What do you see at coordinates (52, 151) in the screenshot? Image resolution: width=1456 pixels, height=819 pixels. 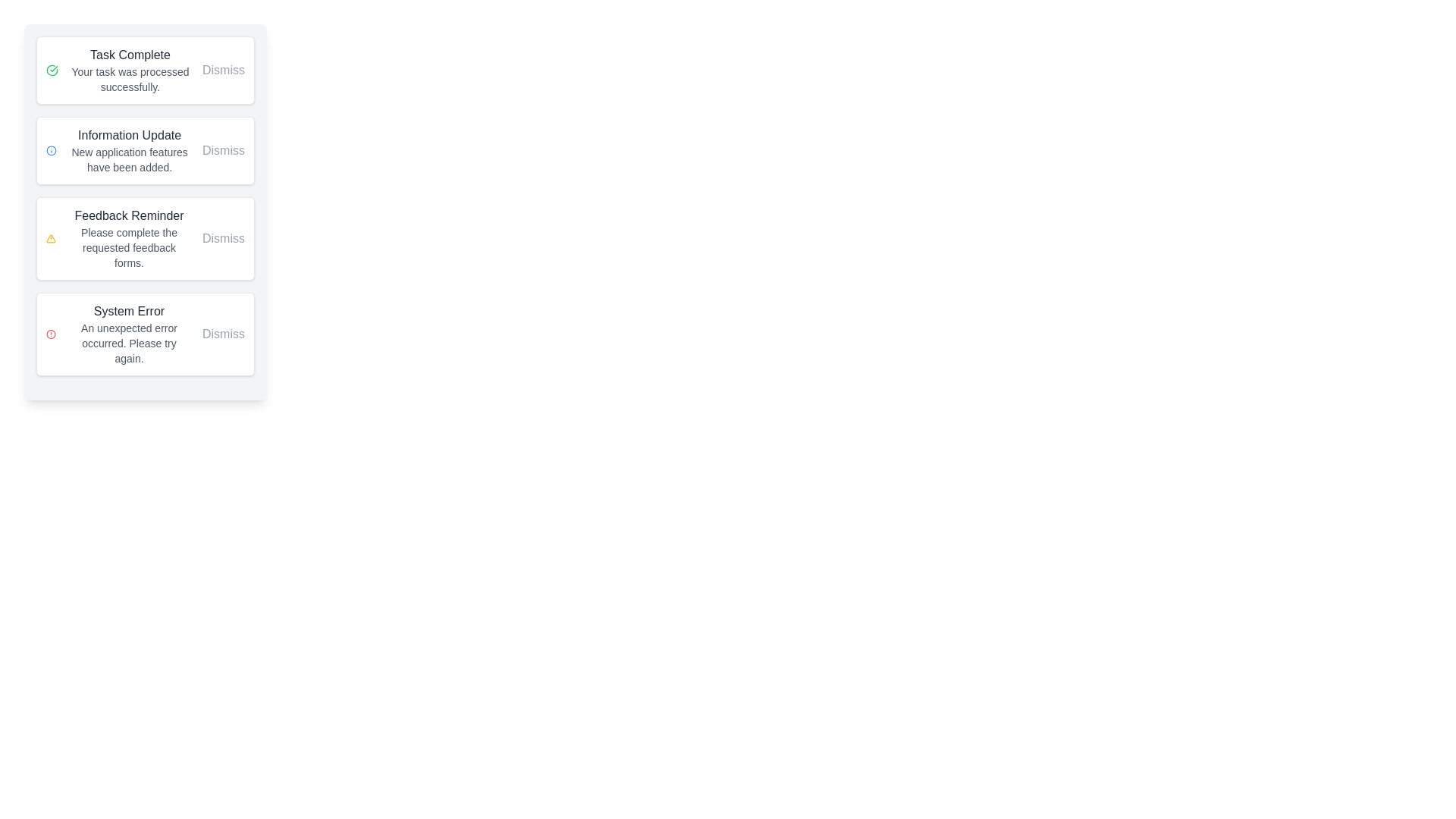 I see `the informational update icon located to the left of the 'Information Update' text in the notification list` at bounding box center [52, 151].